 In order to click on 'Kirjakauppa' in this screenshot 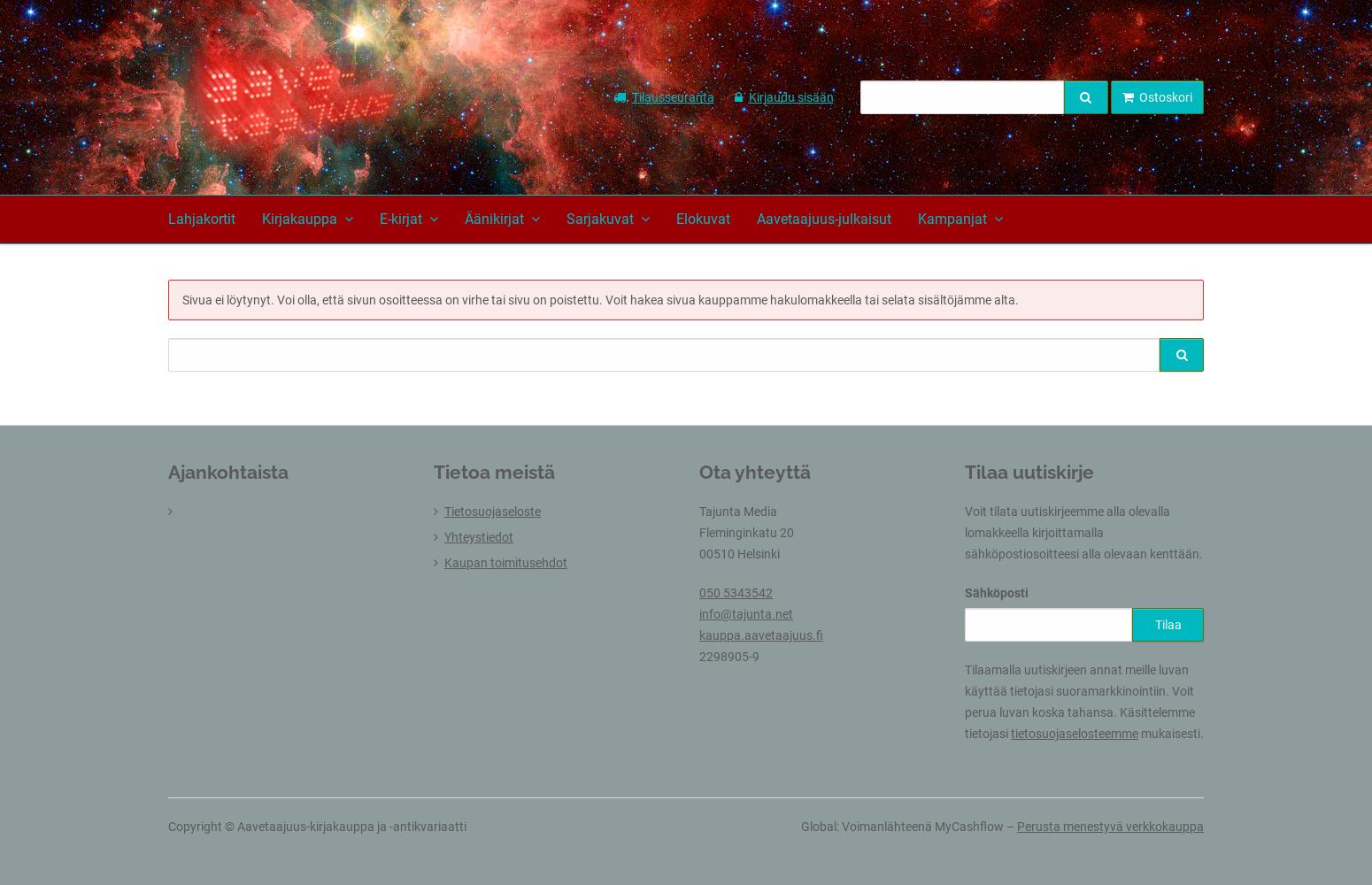, I will do `click(298, 218)`.